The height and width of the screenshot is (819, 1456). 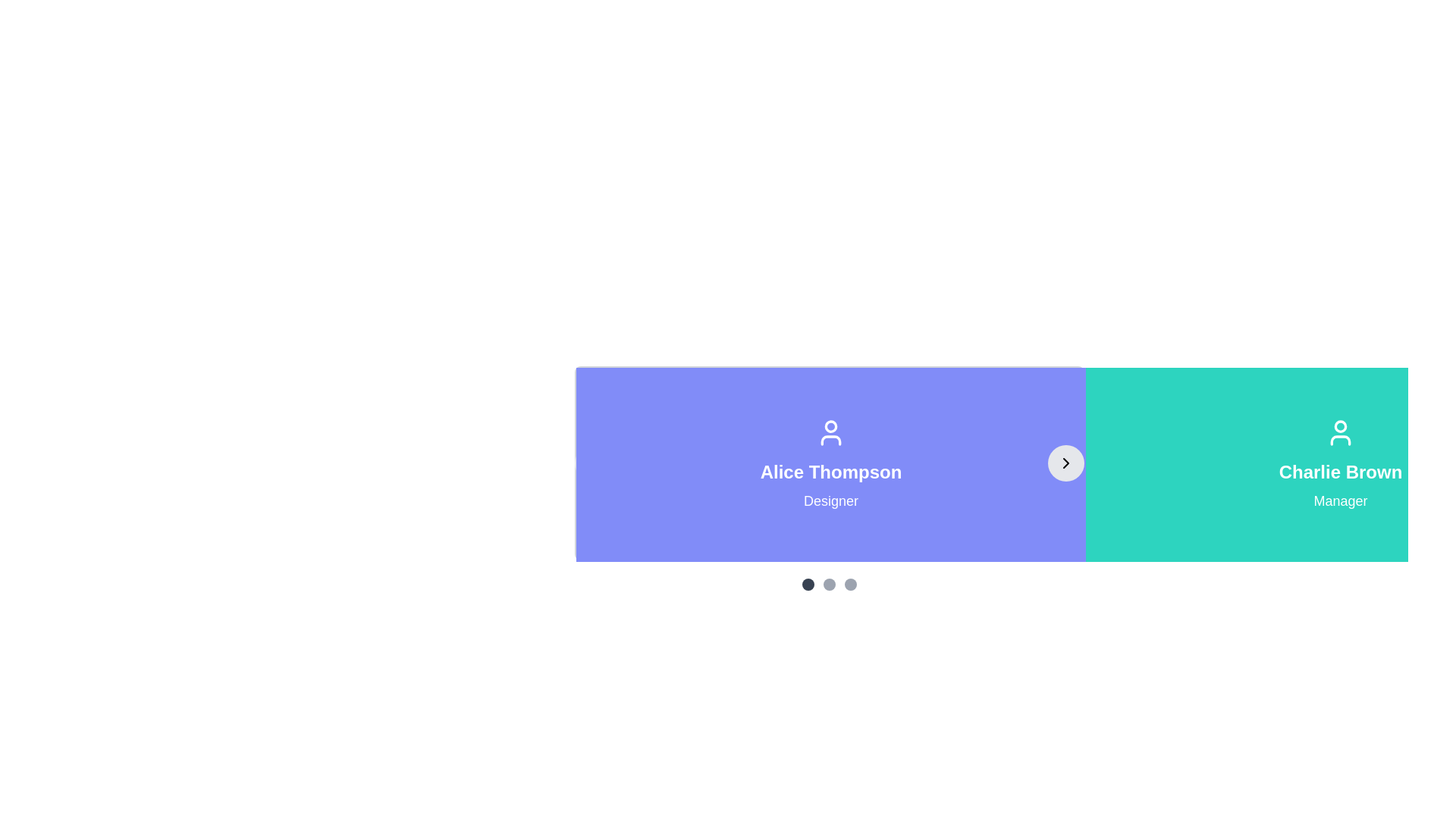 I want to click on the third circular dot of the pagination indicator located near the bottom center of the interface, so click(x=829, y=584).